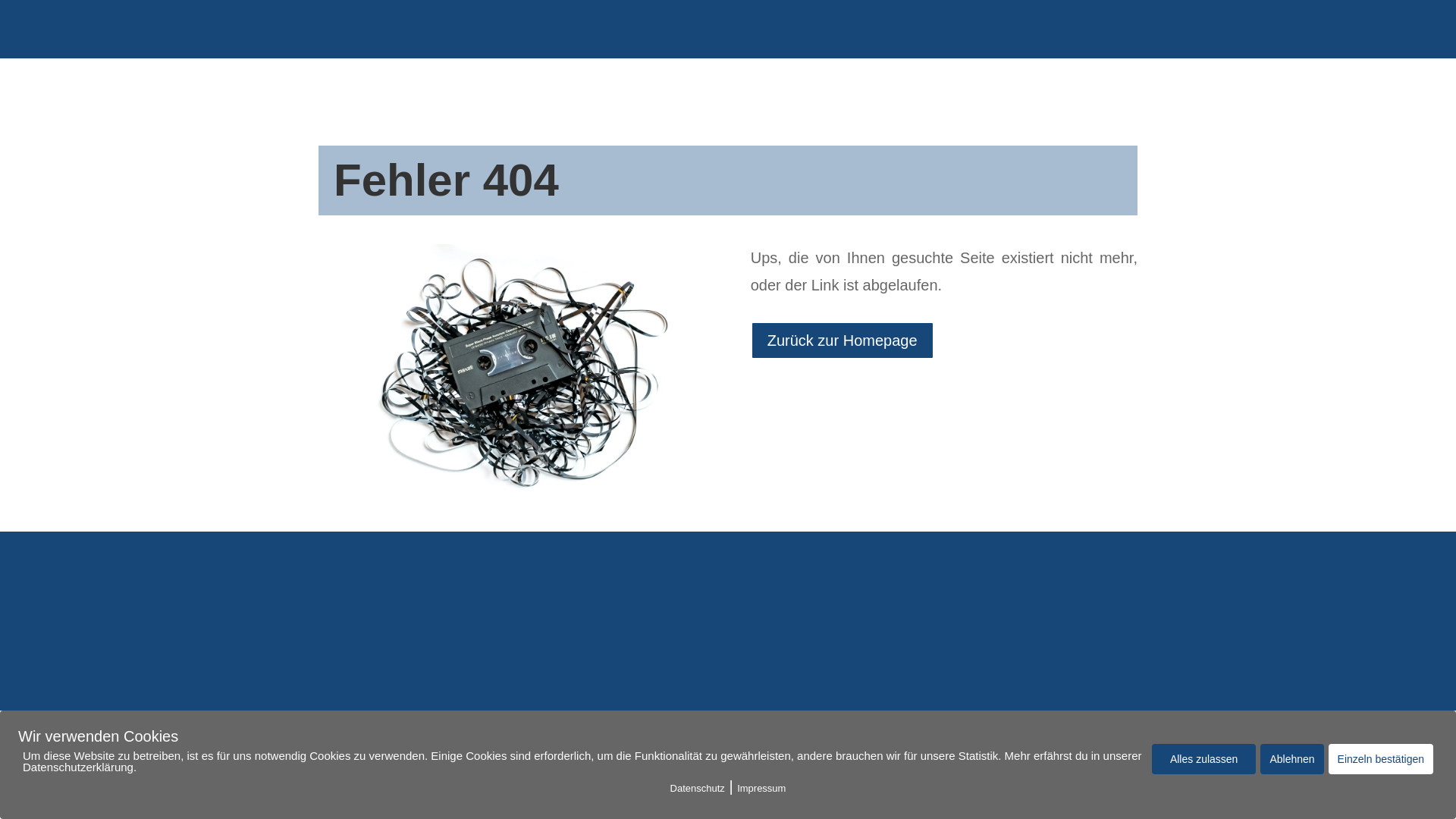 The height and width of the screenshot is (819, 1456). I want to click on 'Impressum', so click(761, 787).